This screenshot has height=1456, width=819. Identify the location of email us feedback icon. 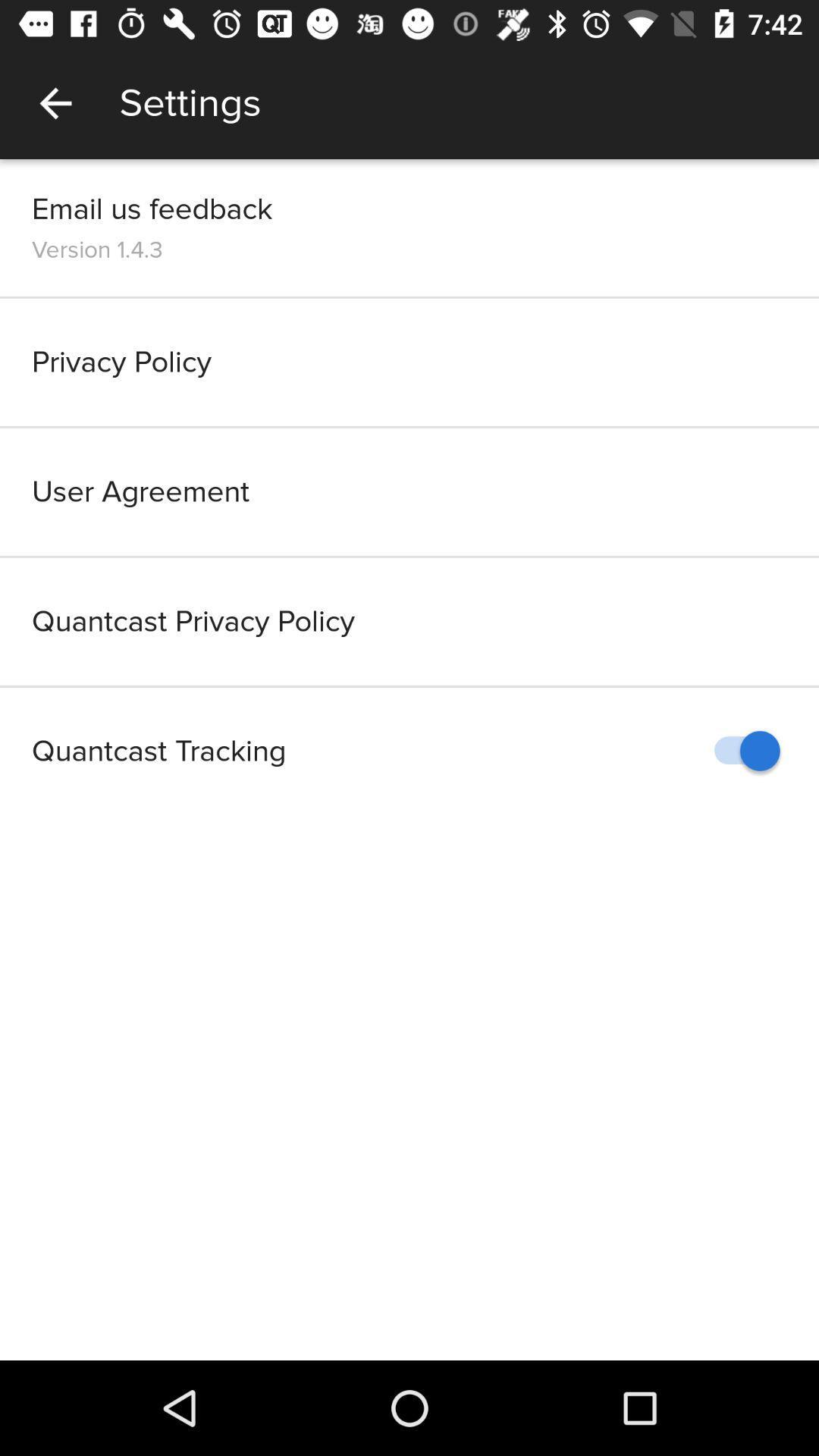
(152, 208).